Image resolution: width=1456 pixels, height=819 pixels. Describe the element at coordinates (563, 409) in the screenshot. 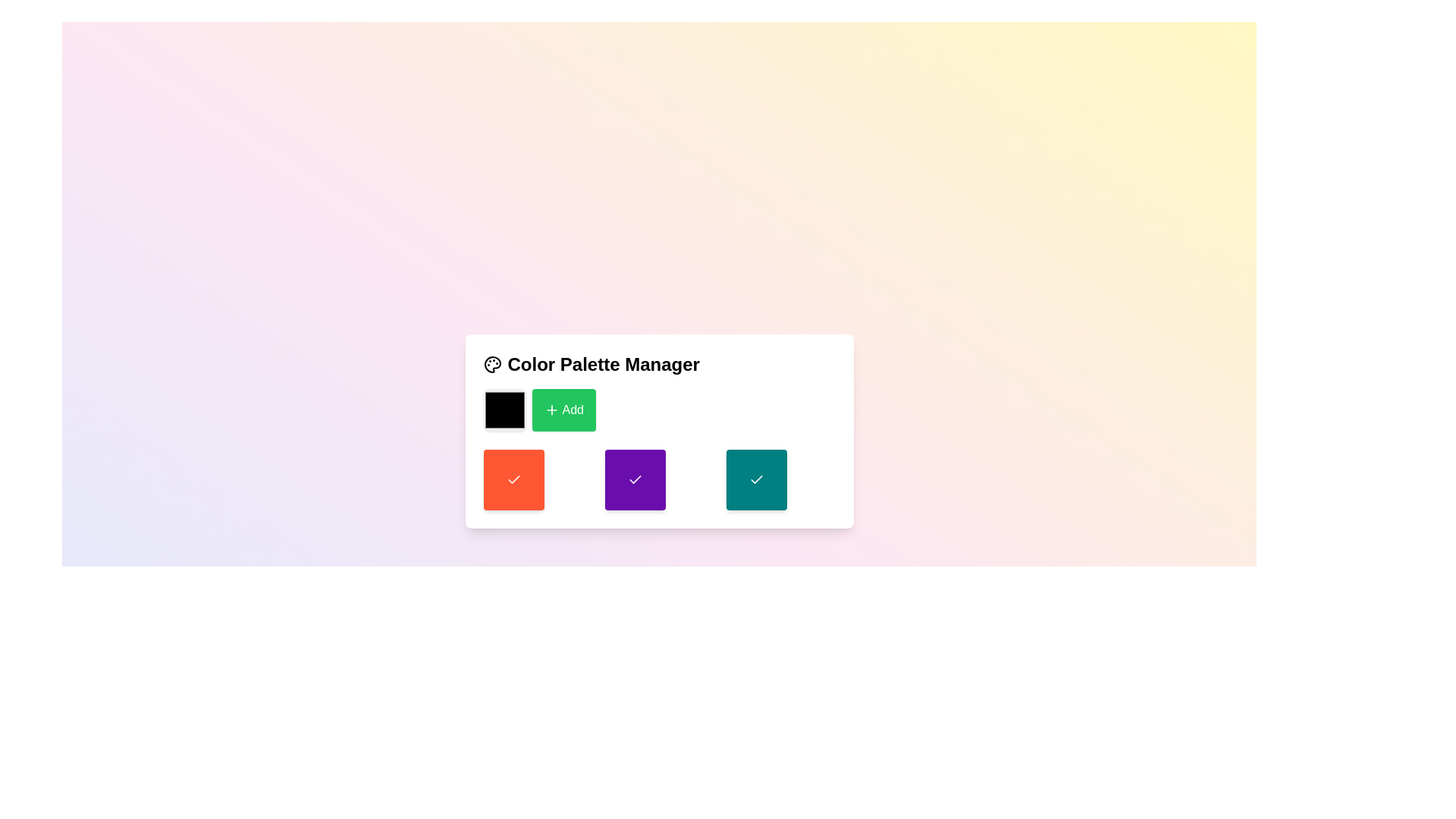

I see `the 'Add' button located to the right of the black color swatch in the second position within the Color Palette Manager section` at that location.